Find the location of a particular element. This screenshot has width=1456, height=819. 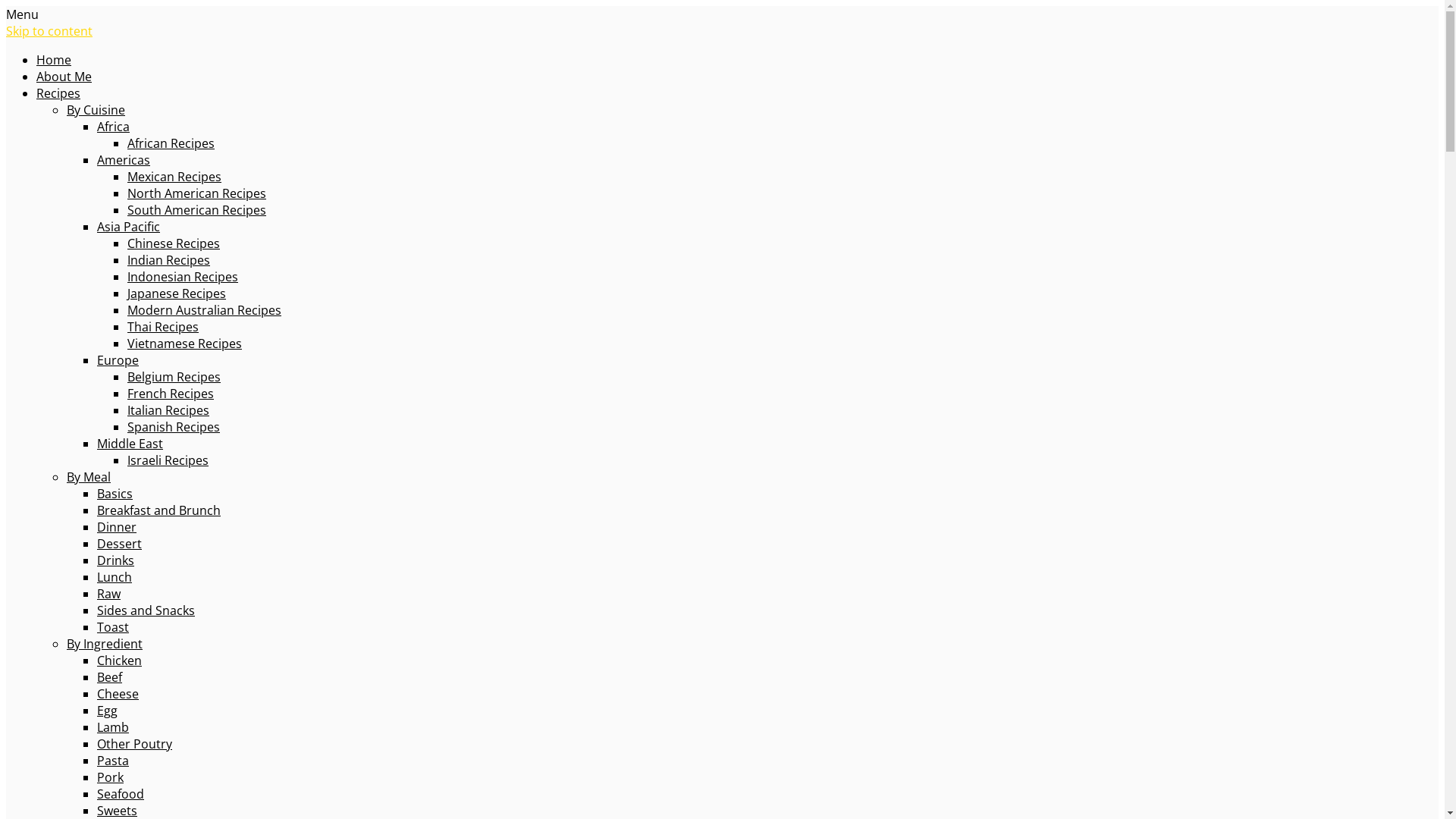

'About Me' is located at coordinates (36, 76).